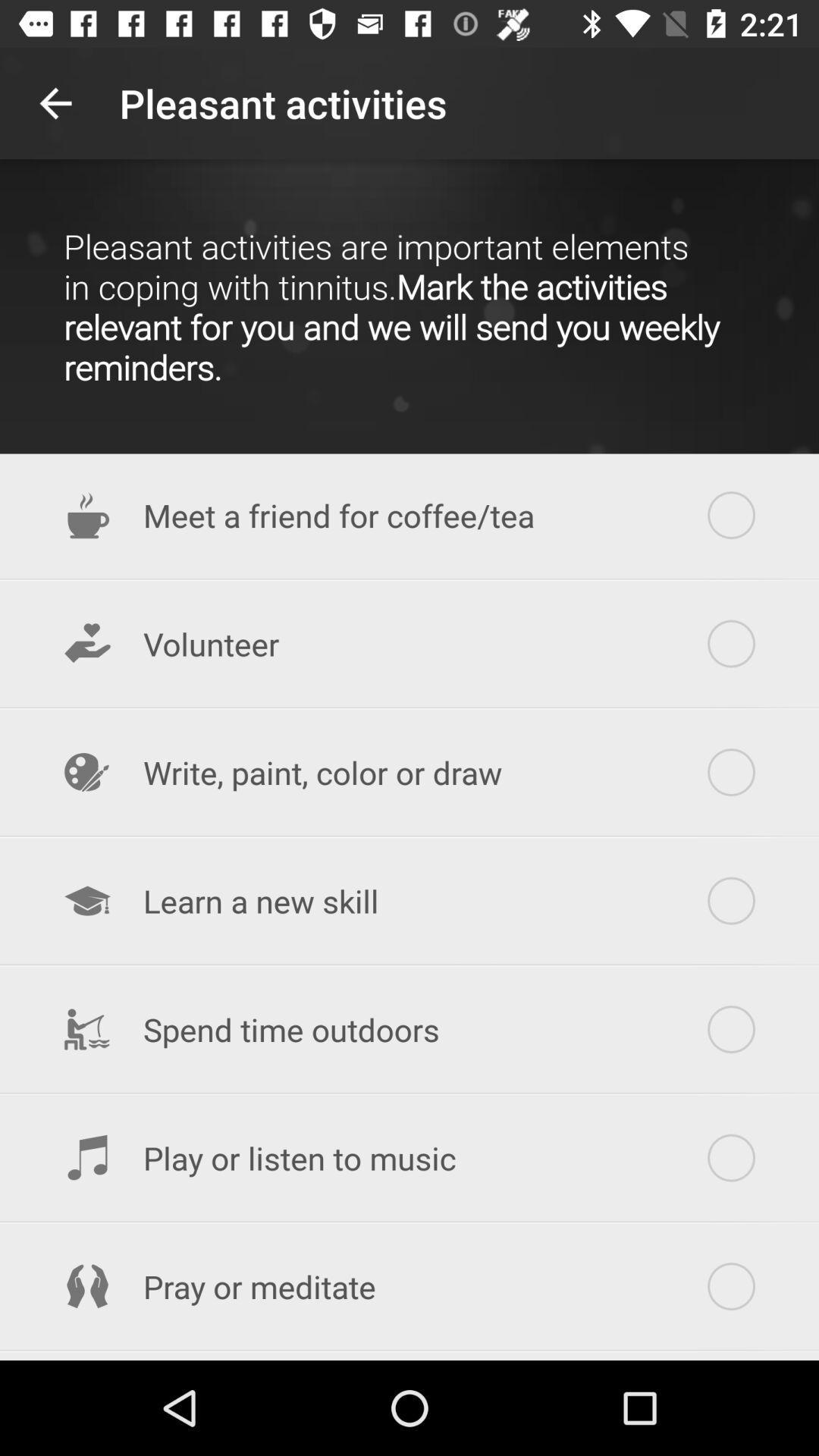 This screenshot has height=1456, width=819. What do you see at coordinates (409, 1157) in the screenshot?
I see `the icon below spend time outdoors icon` at bounding box center [409, 1157].